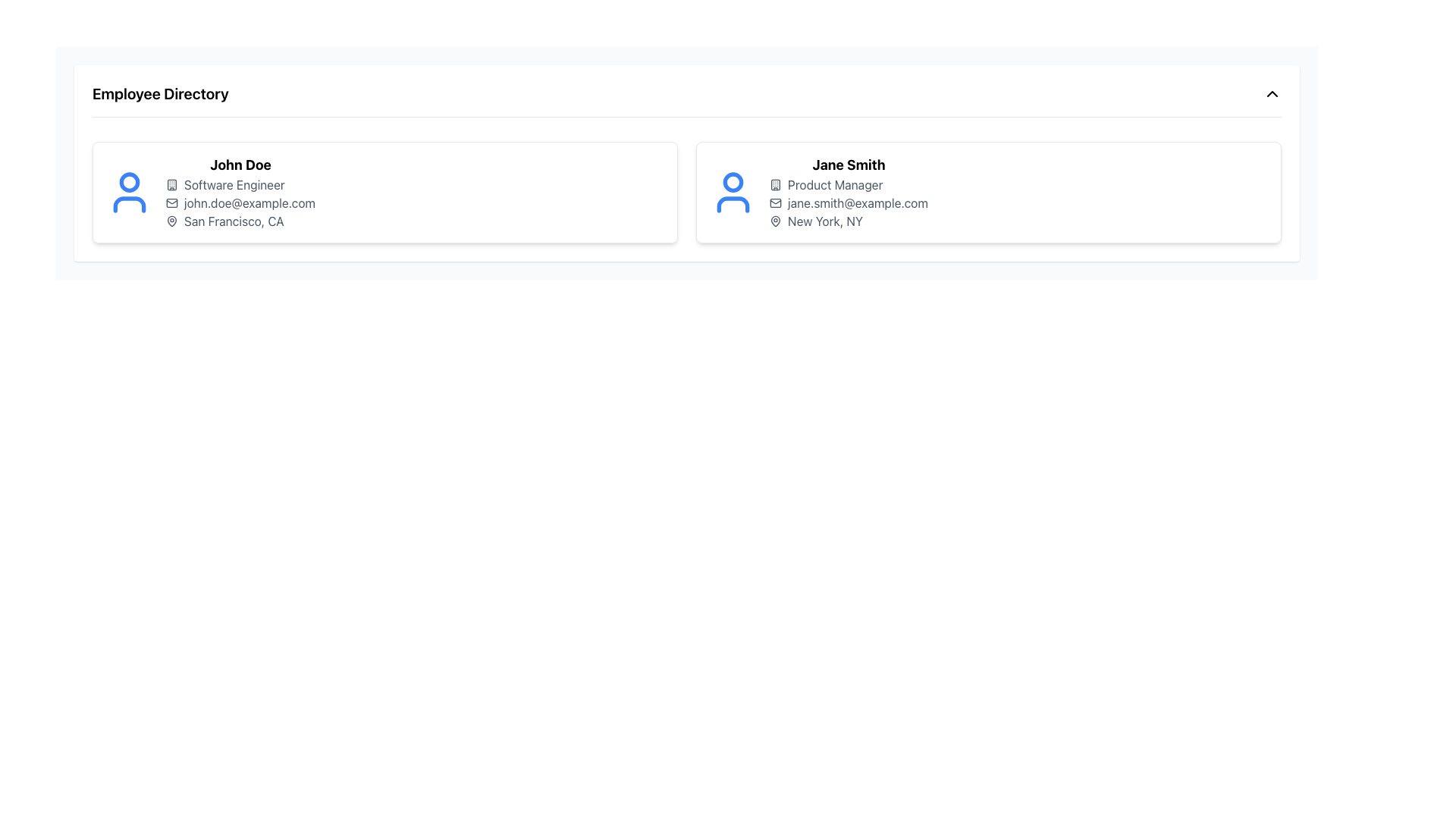 The image size is (1456, 819). Describe the element at coordinates (848, 202) in the screenshot. I see `the email address text element in the employee profile card for 'Jane Smith'` at that location.